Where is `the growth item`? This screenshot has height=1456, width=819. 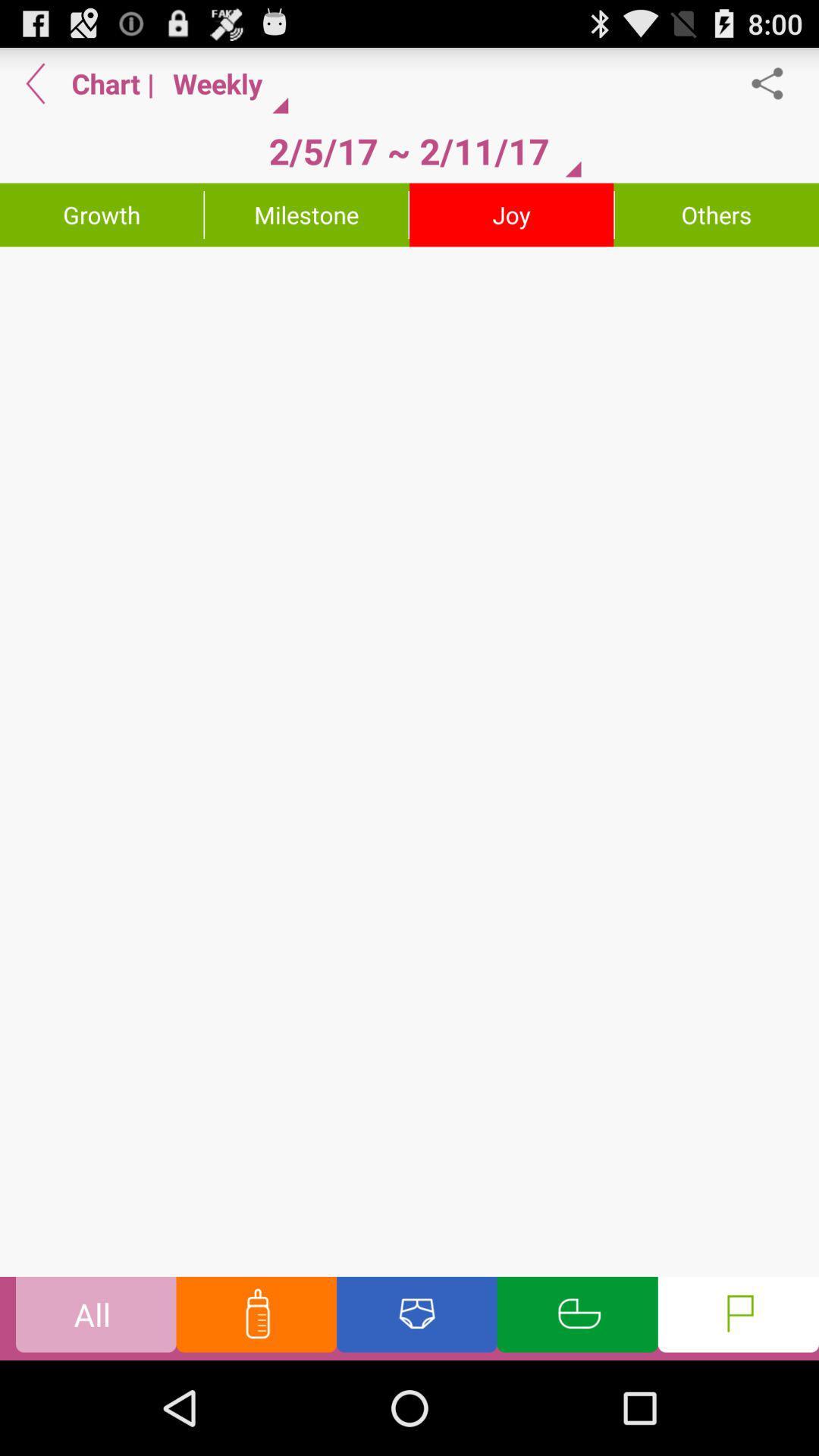
the growth item is located at coordinates (102, 214).